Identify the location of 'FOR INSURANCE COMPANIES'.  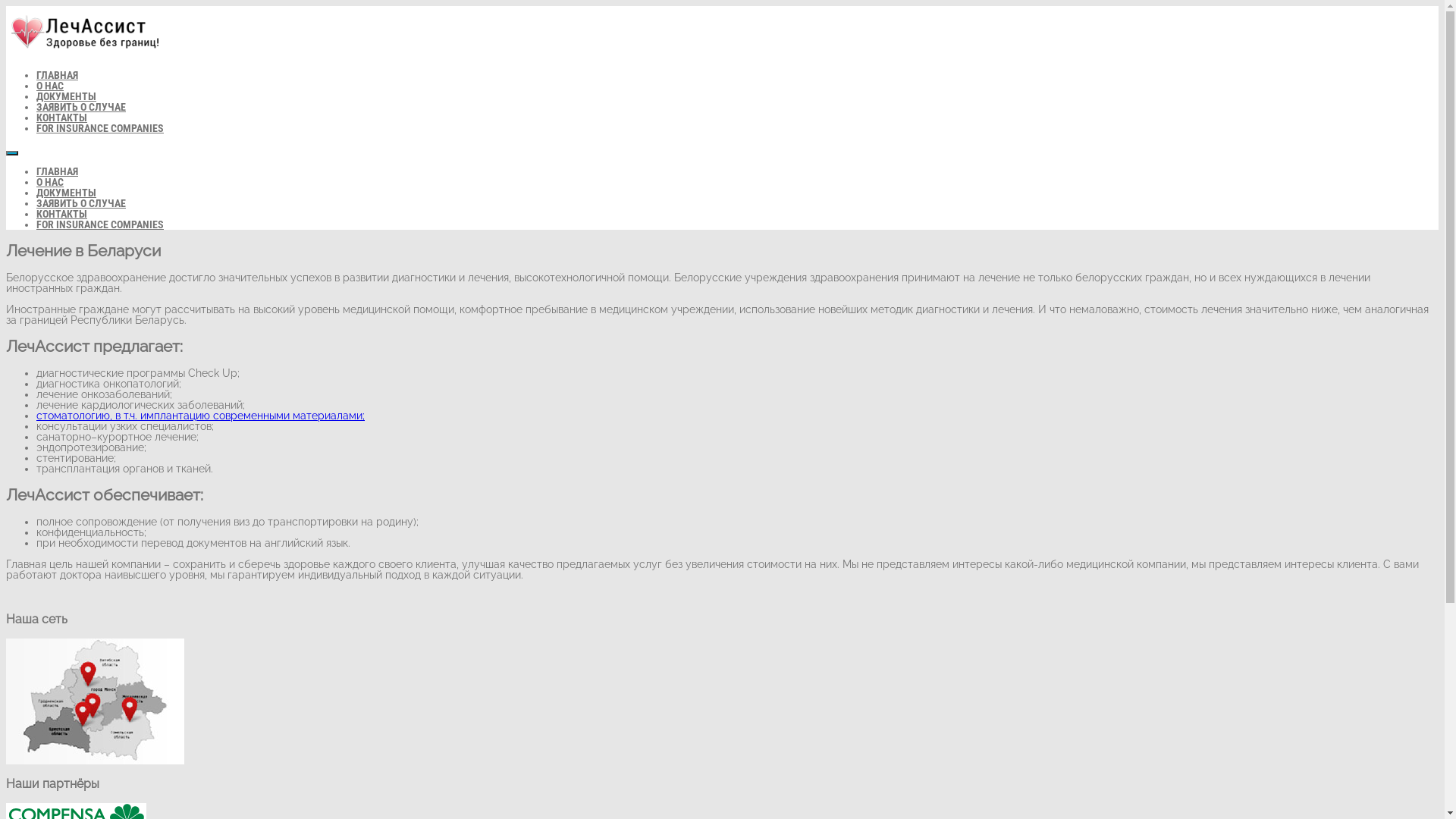
(99, 127).